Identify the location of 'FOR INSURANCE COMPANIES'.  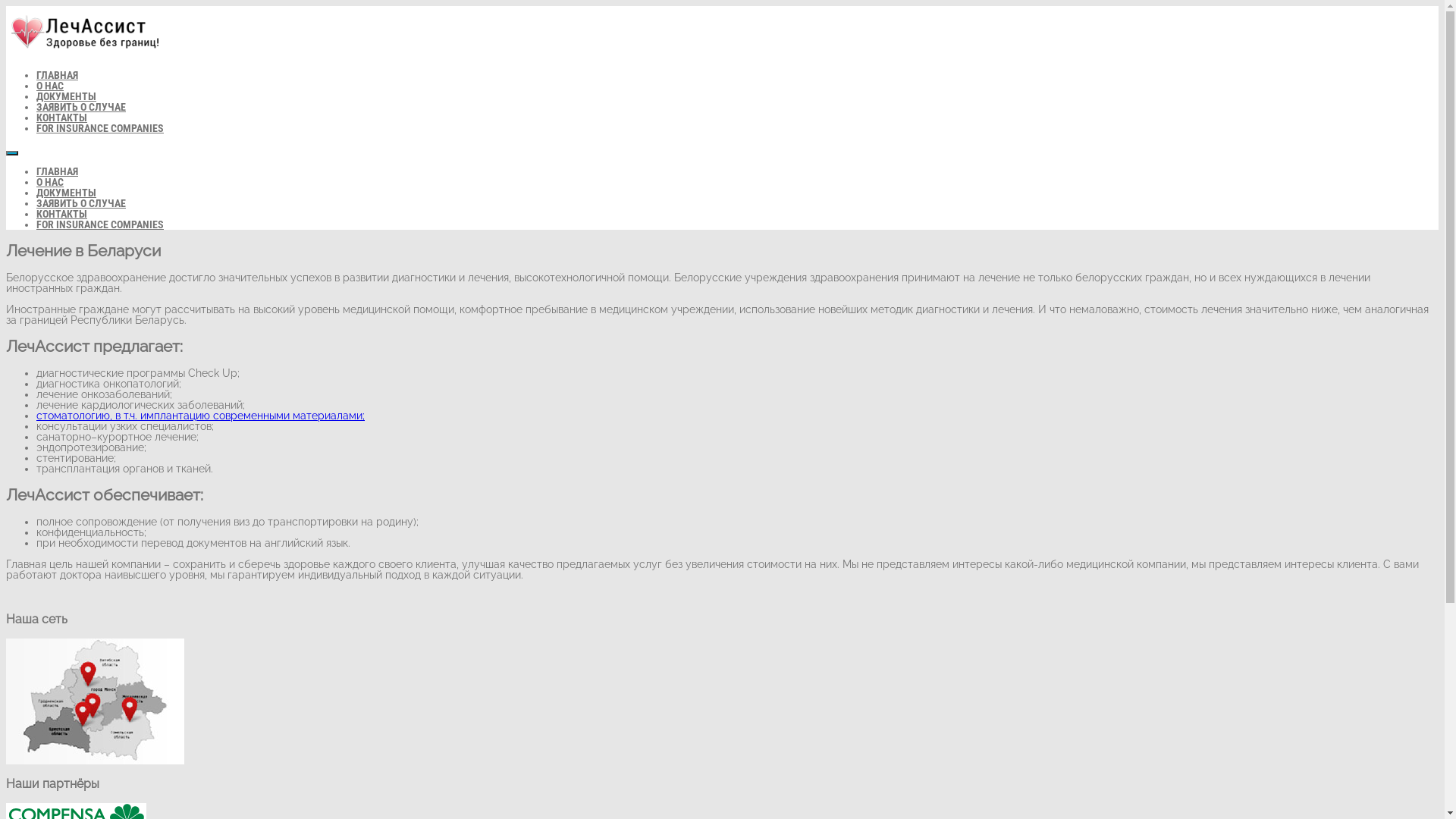
(99, 127).